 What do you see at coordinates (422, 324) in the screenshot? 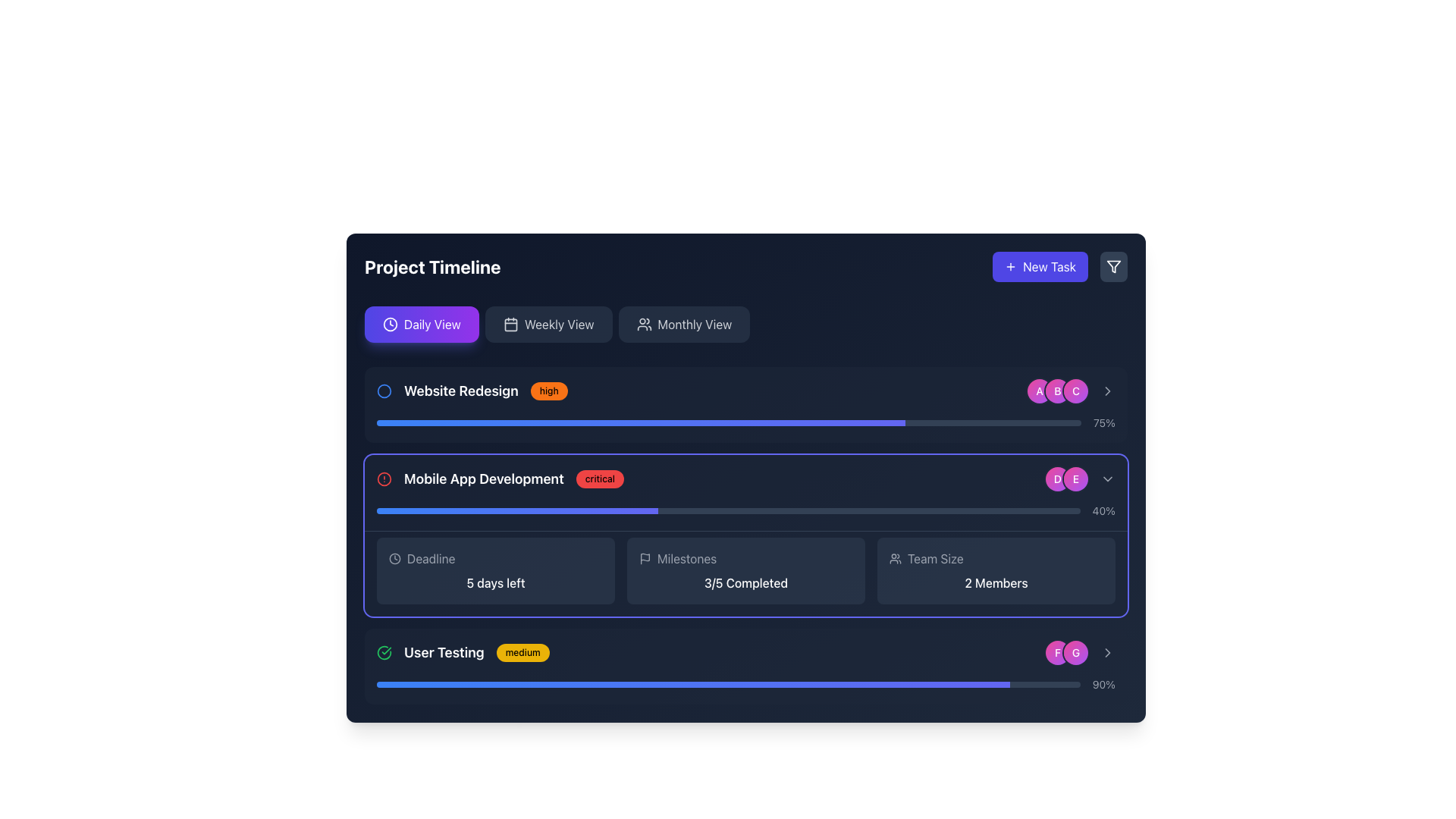
I see `the 'Daily View' button located beneath the 'Project Timeline' header` at bounding box center [422, 324].